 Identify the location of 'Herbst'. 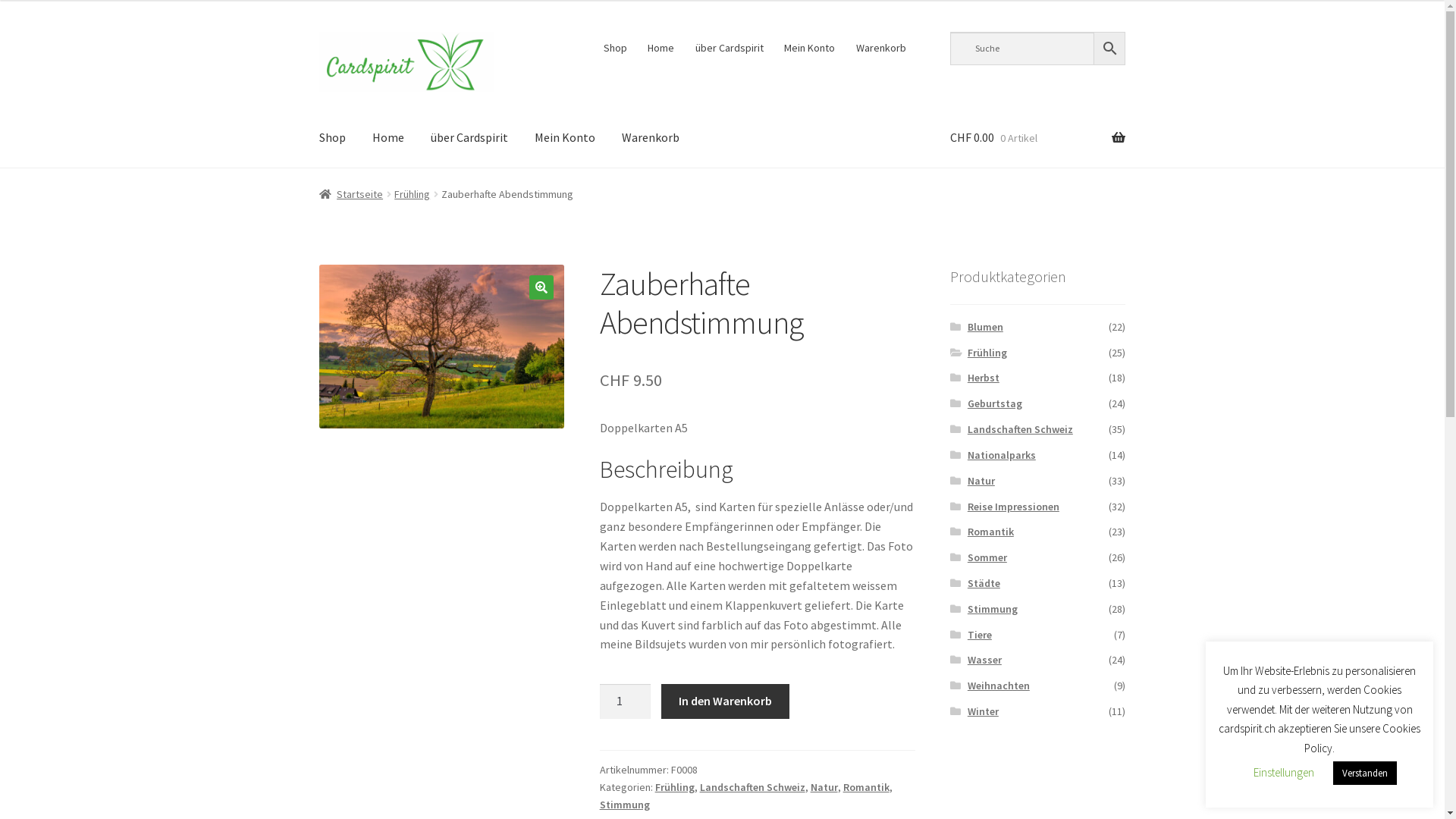
(967, 376).